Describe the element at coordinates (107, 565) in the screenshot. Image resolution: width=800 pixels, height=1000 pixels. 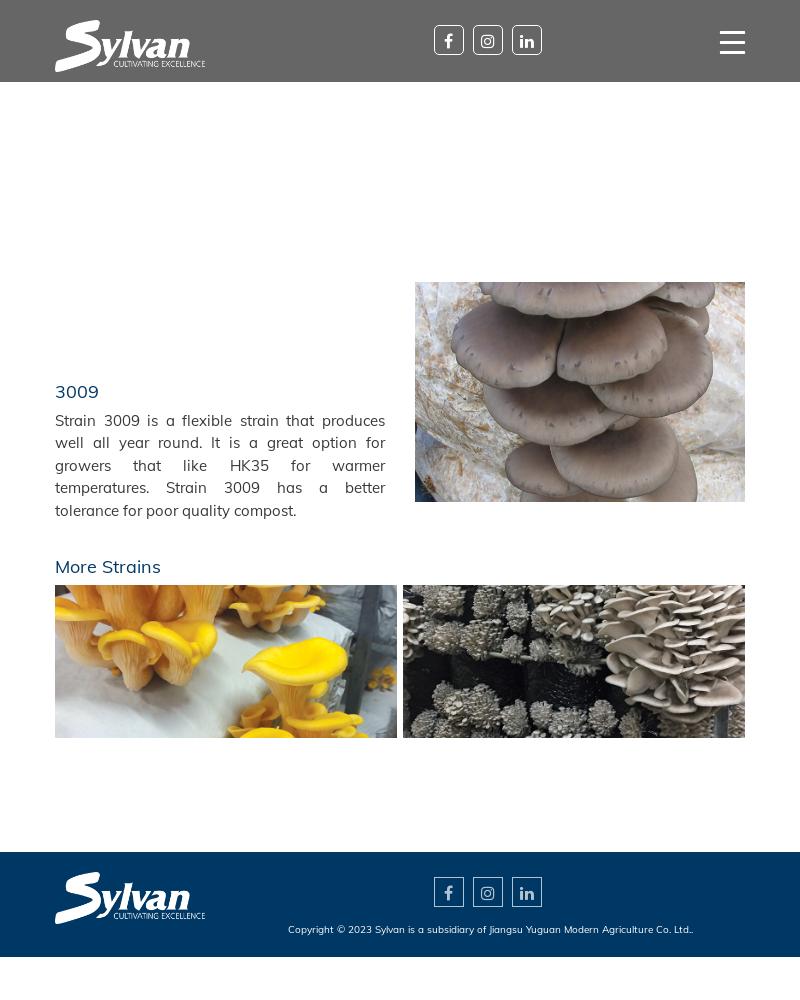
I see `'More Strains'` at that location.